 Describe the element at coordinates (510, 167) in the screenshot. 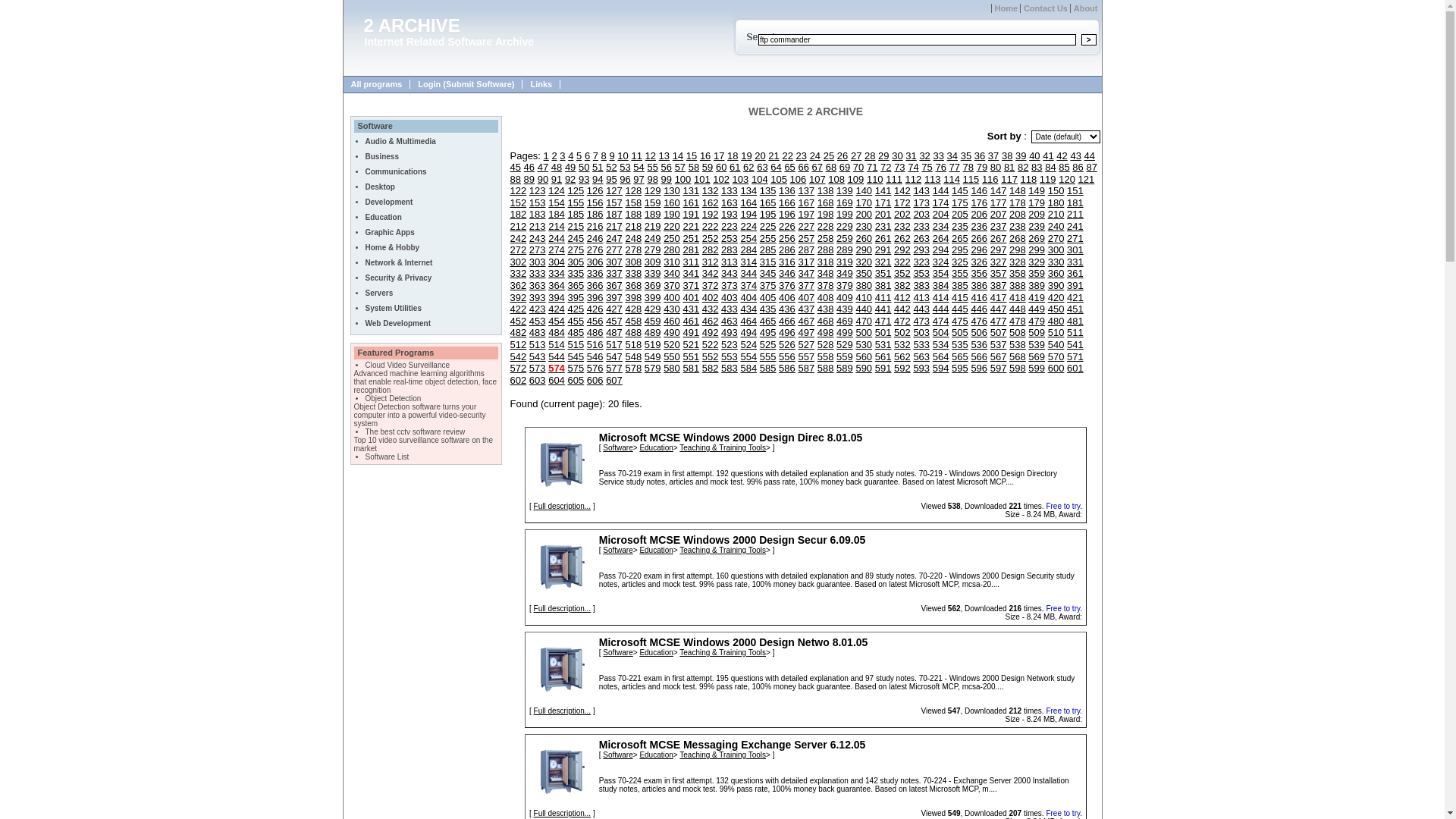

I see `'45'` at that location.